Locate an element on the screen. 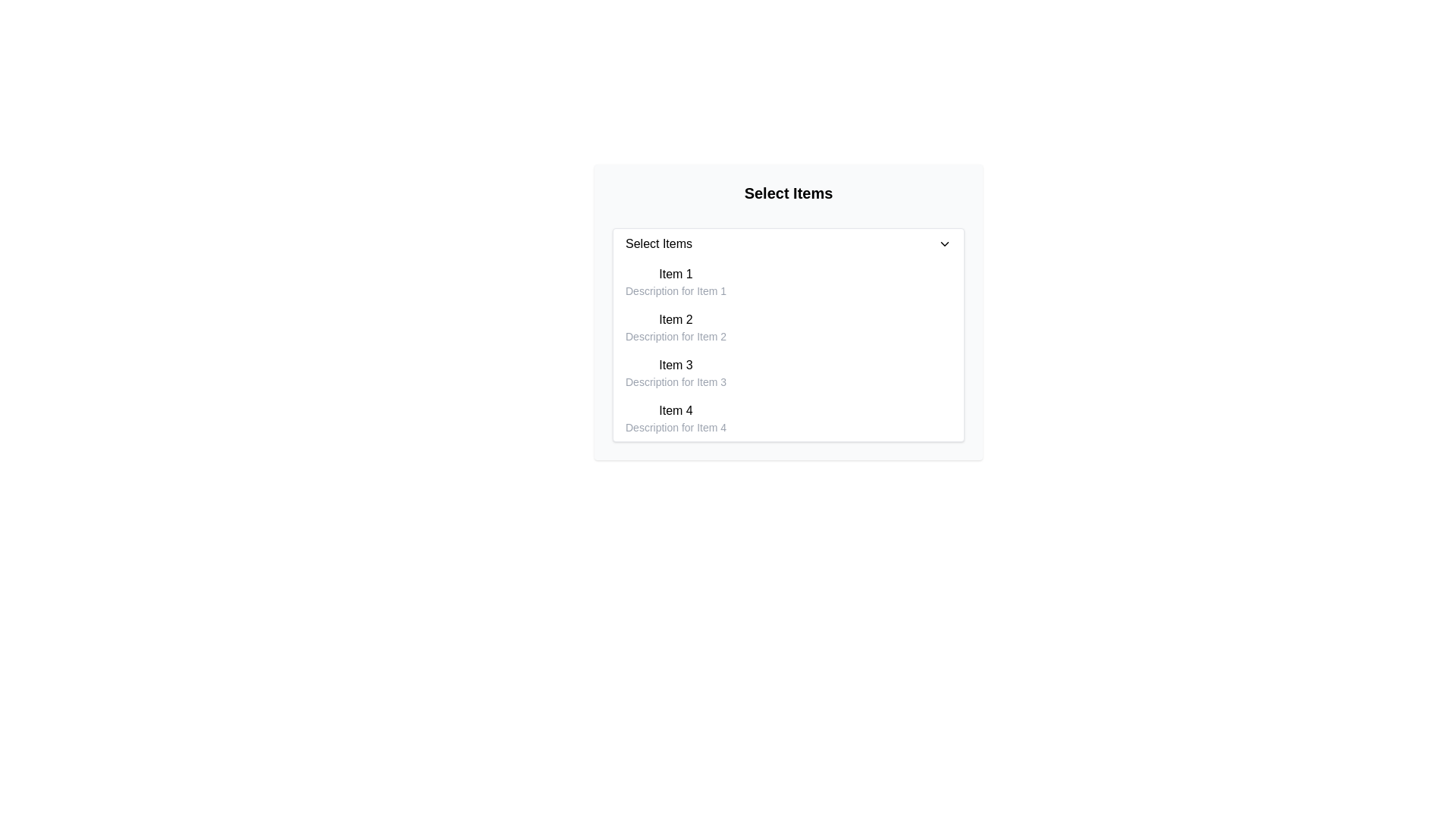 Image resolution: width=1456 pixels, height=819 pixels. the third item in the dropdown list is located at coordinates (675, 373).